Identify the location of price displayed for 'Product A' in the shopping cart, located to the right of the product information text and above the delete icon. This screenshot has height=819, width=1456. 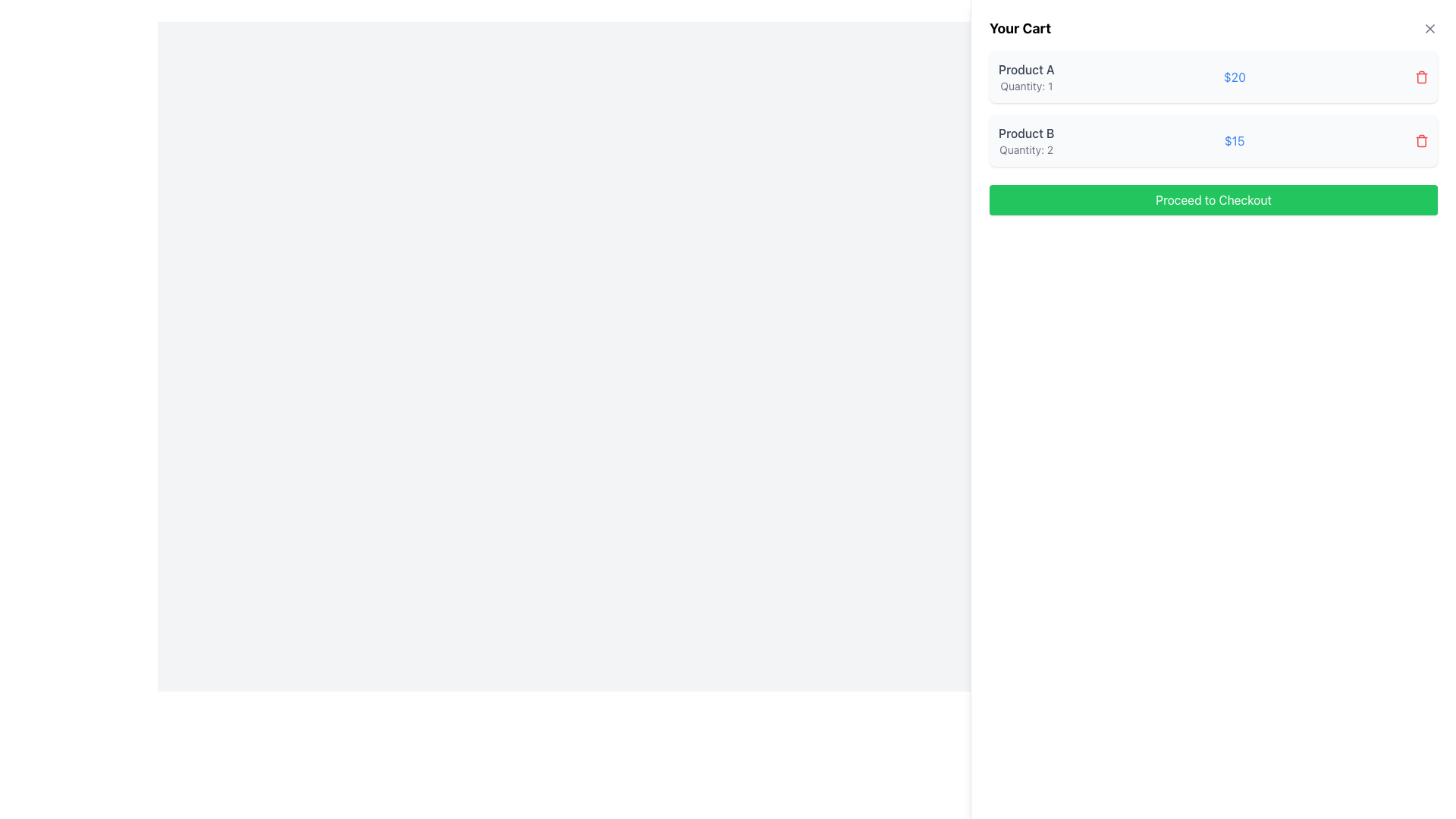
(1235, 77).